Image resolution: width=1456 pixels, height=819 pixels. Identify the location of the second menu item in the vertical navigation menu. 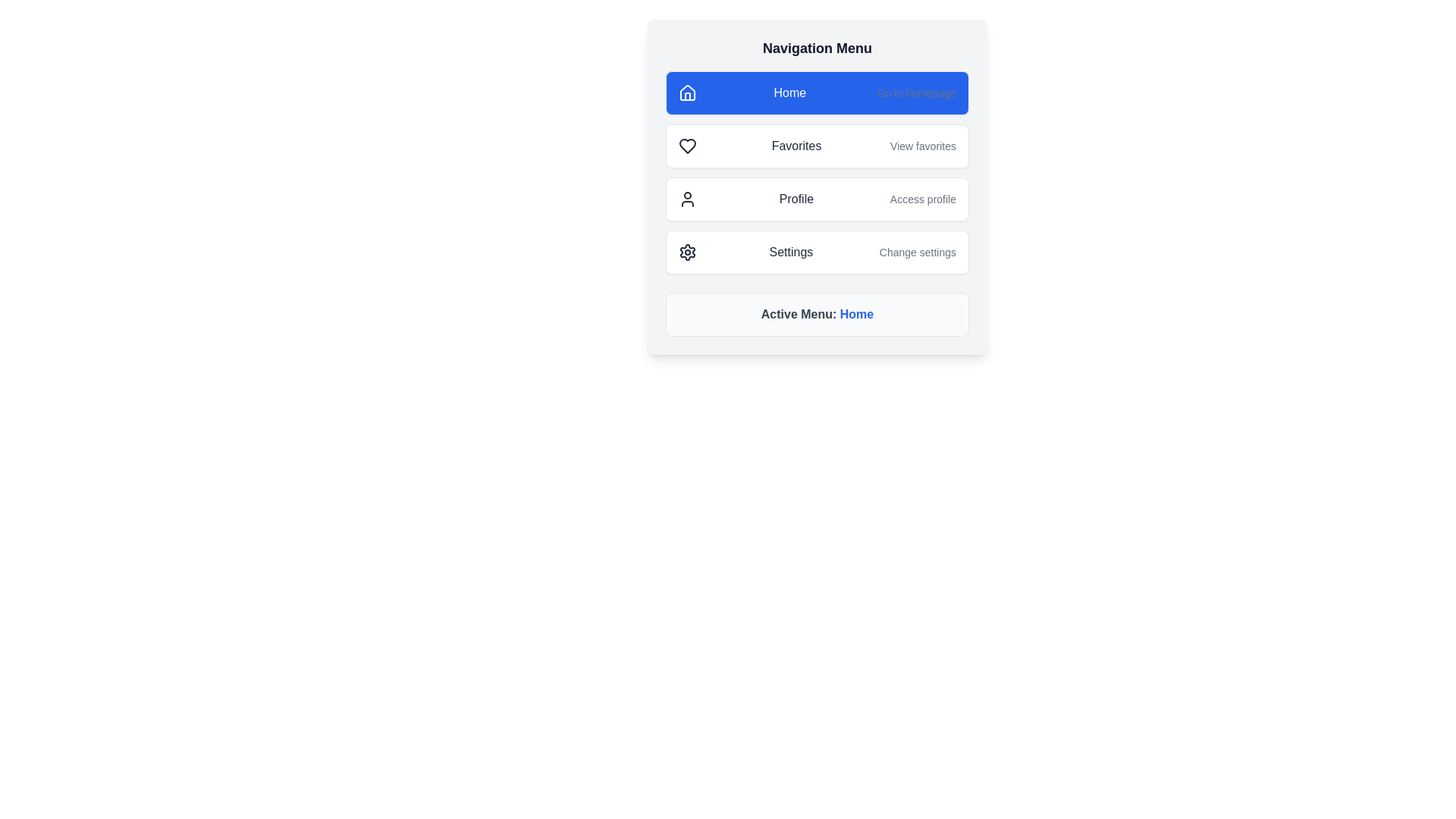
(817, 146).